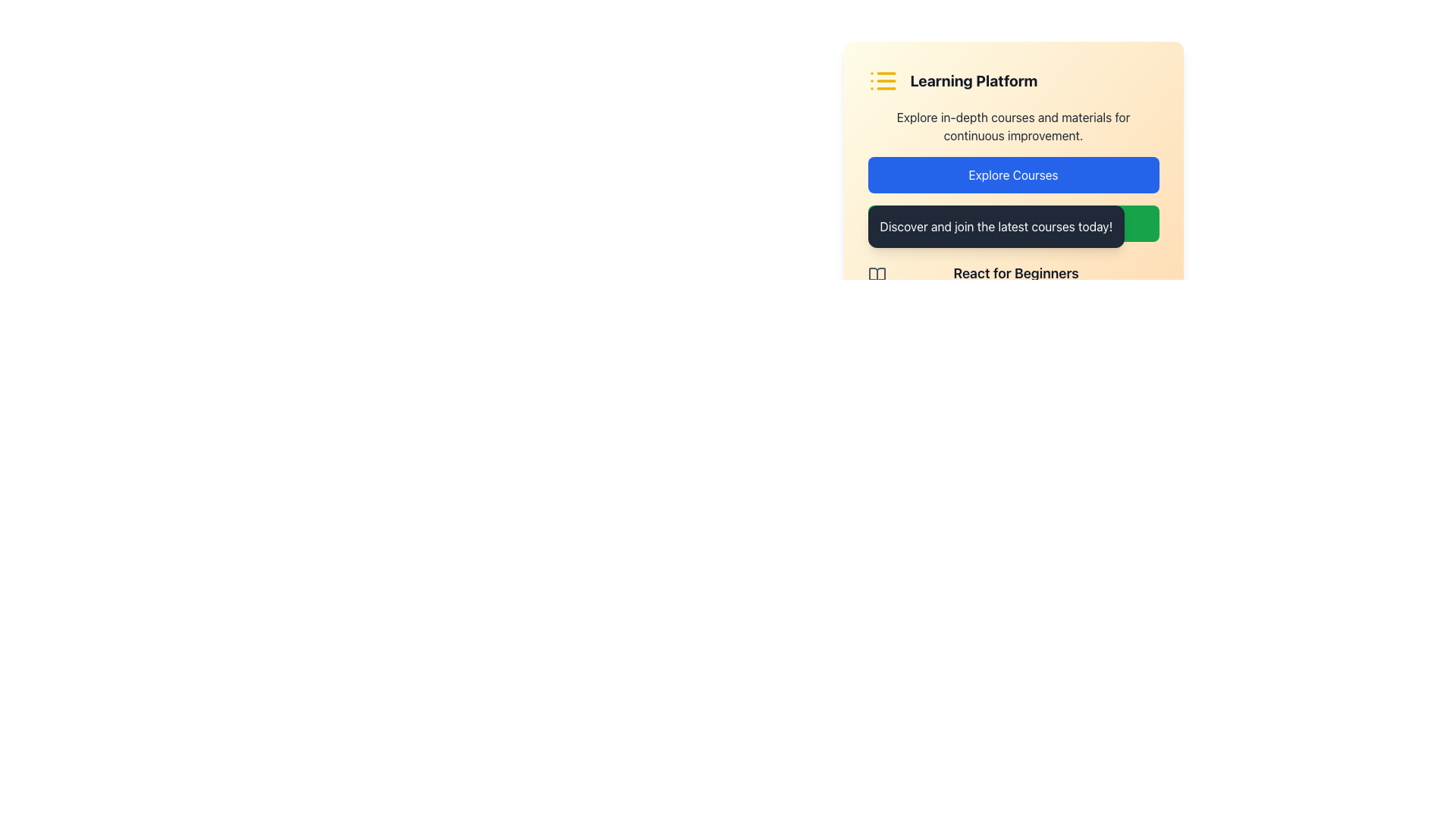 The width and height of the screenshot is (1456, 819). Describe the element at coordinates (1013, 239) in the screenshot. I see `the tooltip pop-up containing the text 'Discover and join the latest courses today!' to trigger changes related to course options` at that location.